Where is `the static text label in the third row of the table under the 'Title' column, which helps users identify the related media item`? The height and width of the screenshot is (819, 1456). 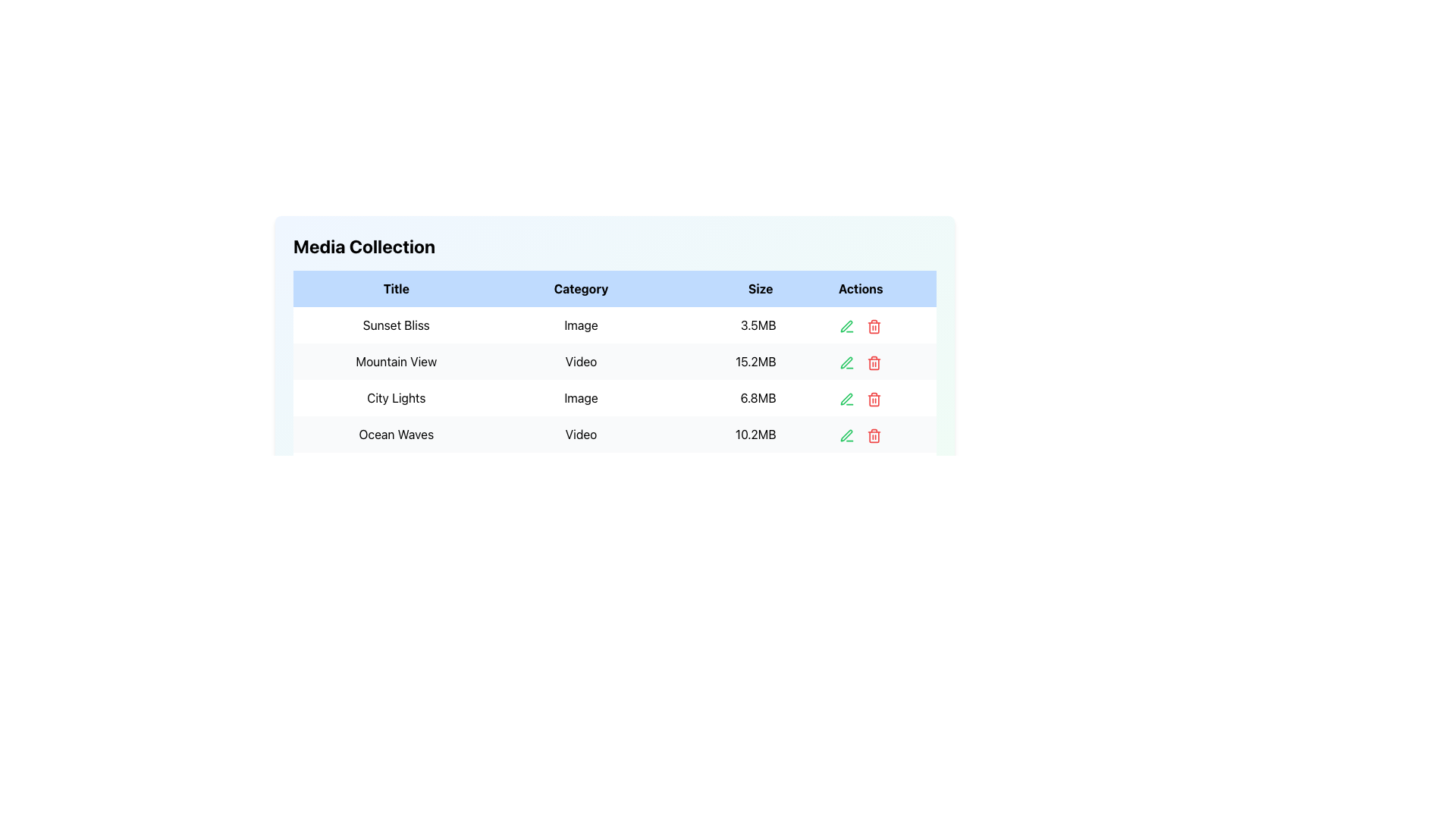 the static text label in the third row of the table under the 'Title' column, which helps users identify the related media item is located at coordinates (396, 397).